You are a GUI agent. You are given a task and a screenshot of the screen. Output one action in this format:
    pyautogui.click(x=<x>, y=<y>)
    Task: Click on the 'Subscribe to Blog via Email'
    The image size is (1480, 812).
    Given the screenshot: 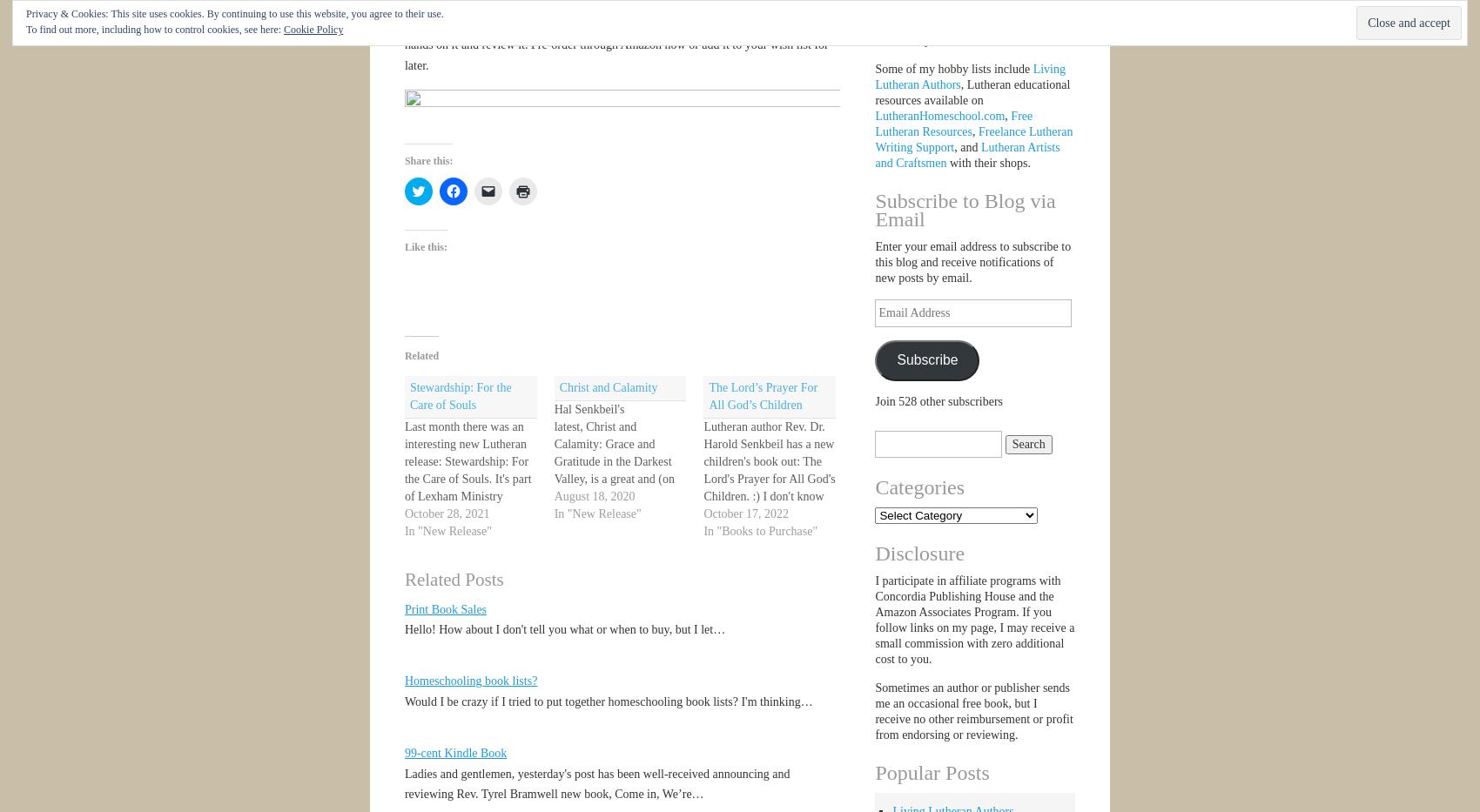 What is the action you would take?
    pyautogui.click(x=965, y=209)
    